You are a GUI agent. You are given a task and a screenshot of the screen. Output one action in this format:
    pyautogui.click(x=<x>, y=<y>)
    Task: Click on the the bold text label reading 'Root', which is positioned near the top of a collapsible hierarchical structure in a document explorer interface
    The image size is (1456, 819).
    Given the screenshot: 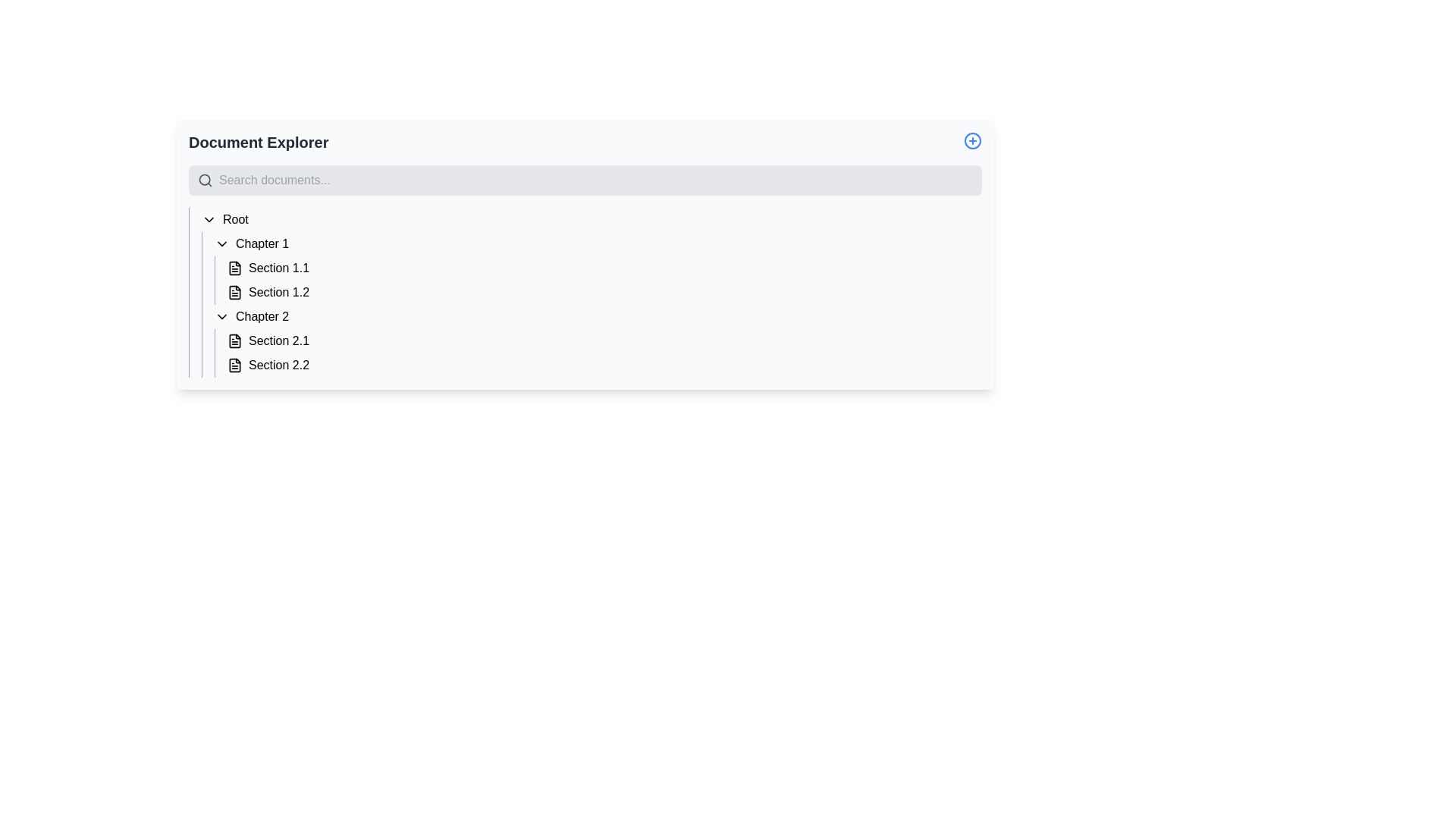 What is the action you would take?
    pyautogui.click(x=234, y=219)
    